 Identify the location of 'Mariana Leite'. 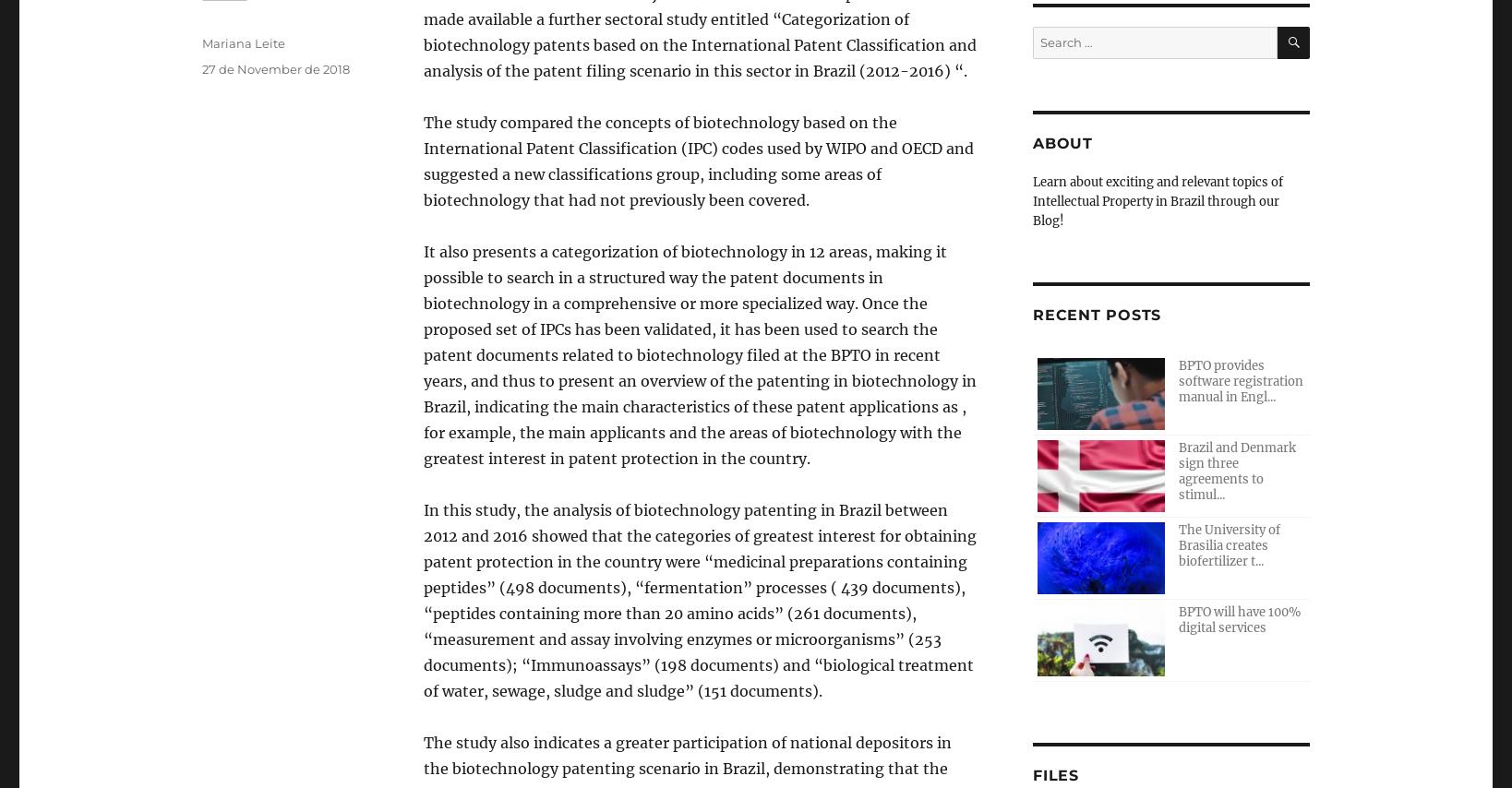
(243, 42).